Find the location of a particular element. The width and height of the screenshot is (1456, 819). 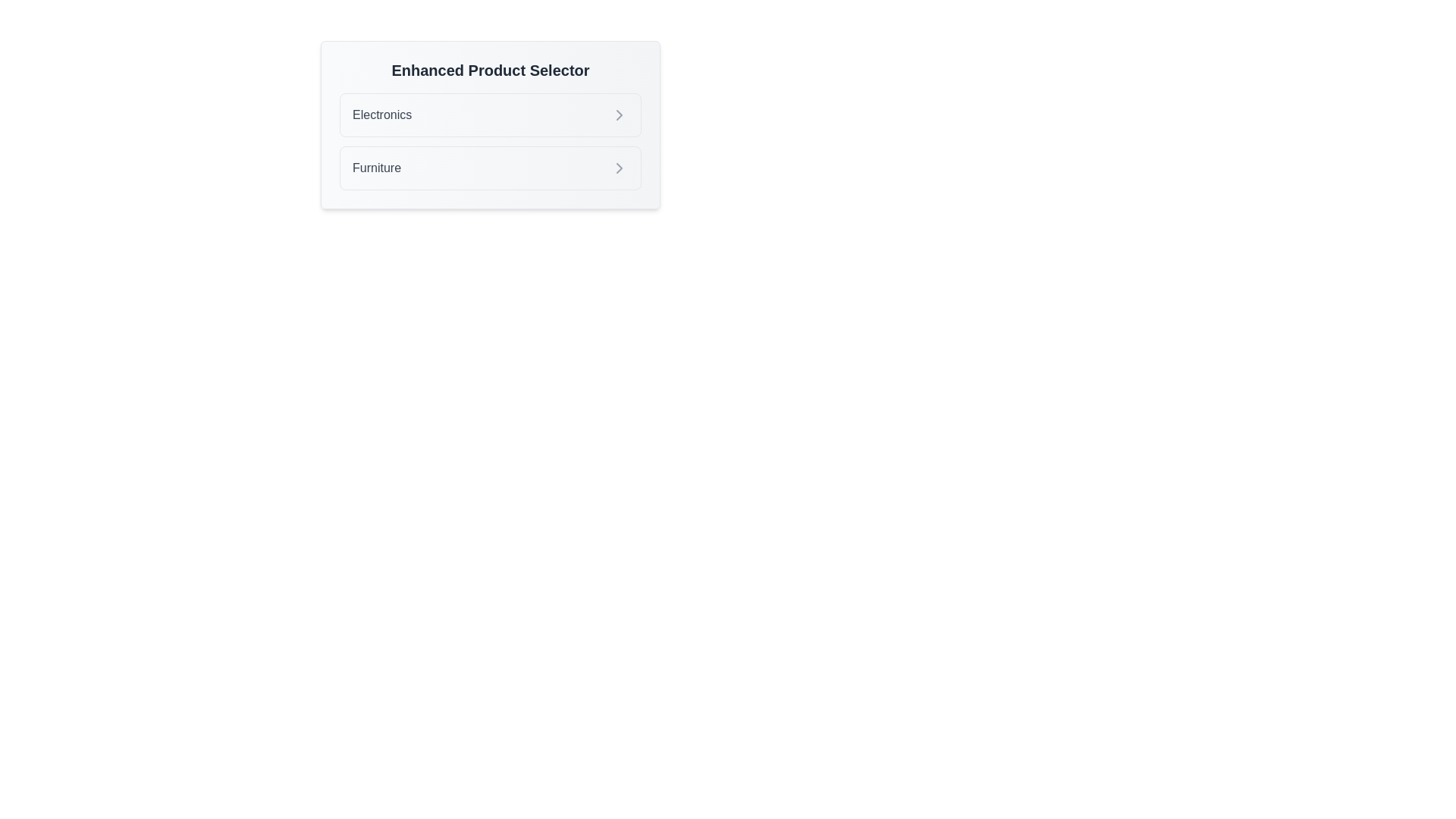

the first interactive list item labeled 'Electronics' with a light gray border and a white background is located at coordinates (491, 114).